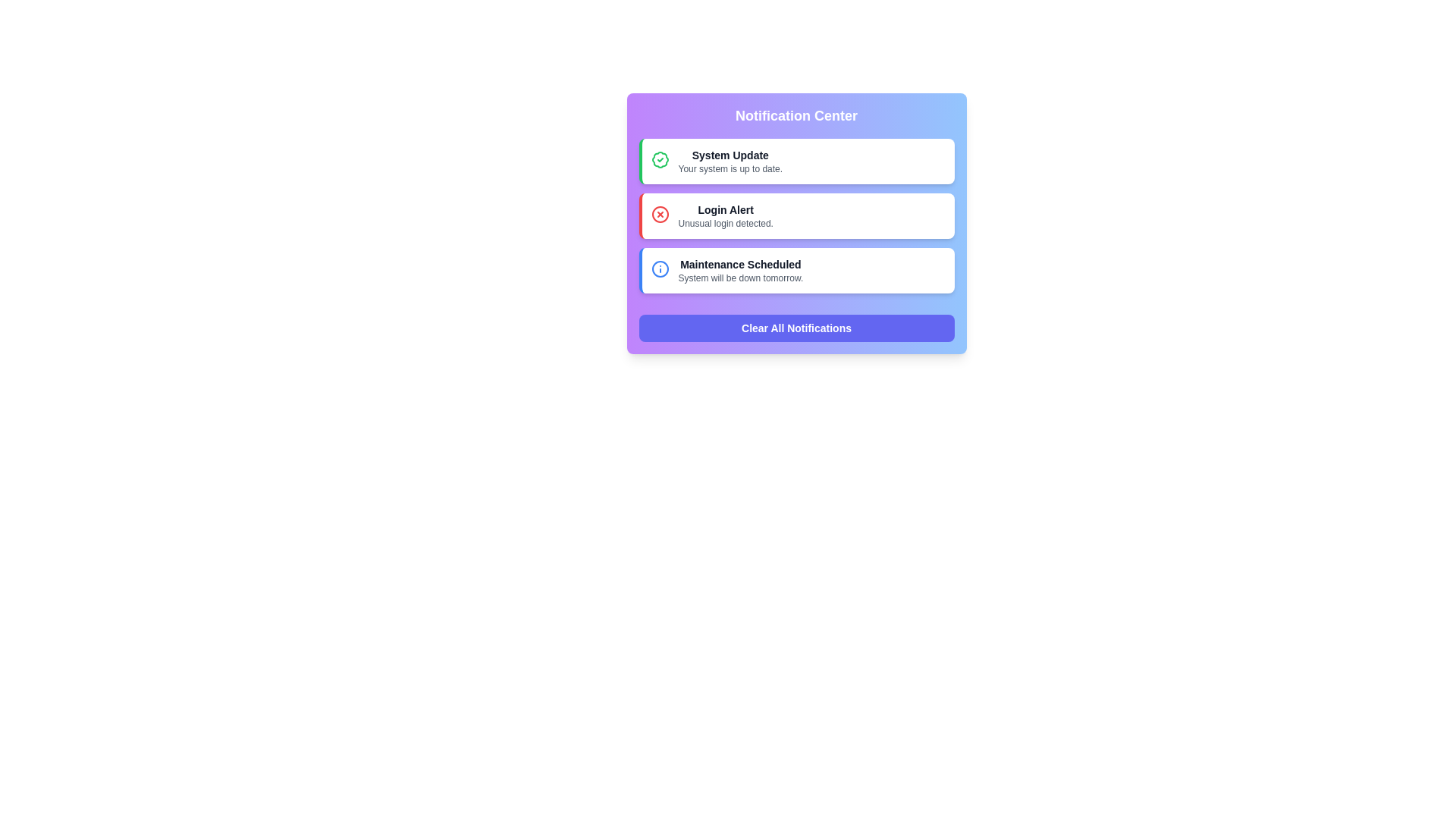 The image size is (1456, 819). What do you see at coordinates (660, 160) in the screenshot?
I see `the circular badge icon with a green check mark, located to the left of the 'System Update' notification entry in the 'Notification Center'` at bounding box center [660, 160].